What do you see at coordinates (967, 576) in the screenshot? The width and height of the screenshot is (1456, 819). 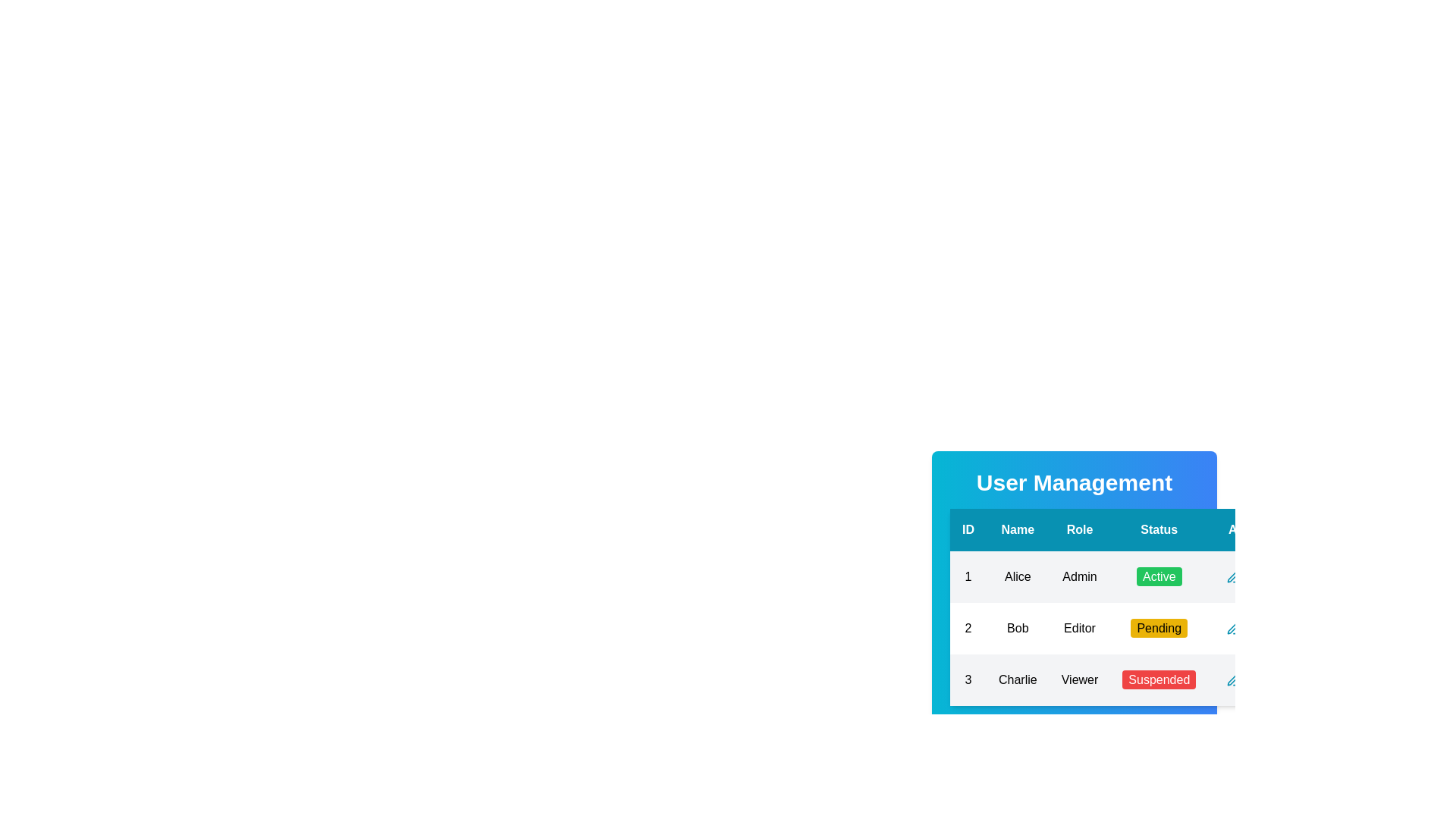 I see `the content of the static text label displaying the number '1', which is located in the first column of the first row in the 'User Management' grid` at bounding box center [967, 576].